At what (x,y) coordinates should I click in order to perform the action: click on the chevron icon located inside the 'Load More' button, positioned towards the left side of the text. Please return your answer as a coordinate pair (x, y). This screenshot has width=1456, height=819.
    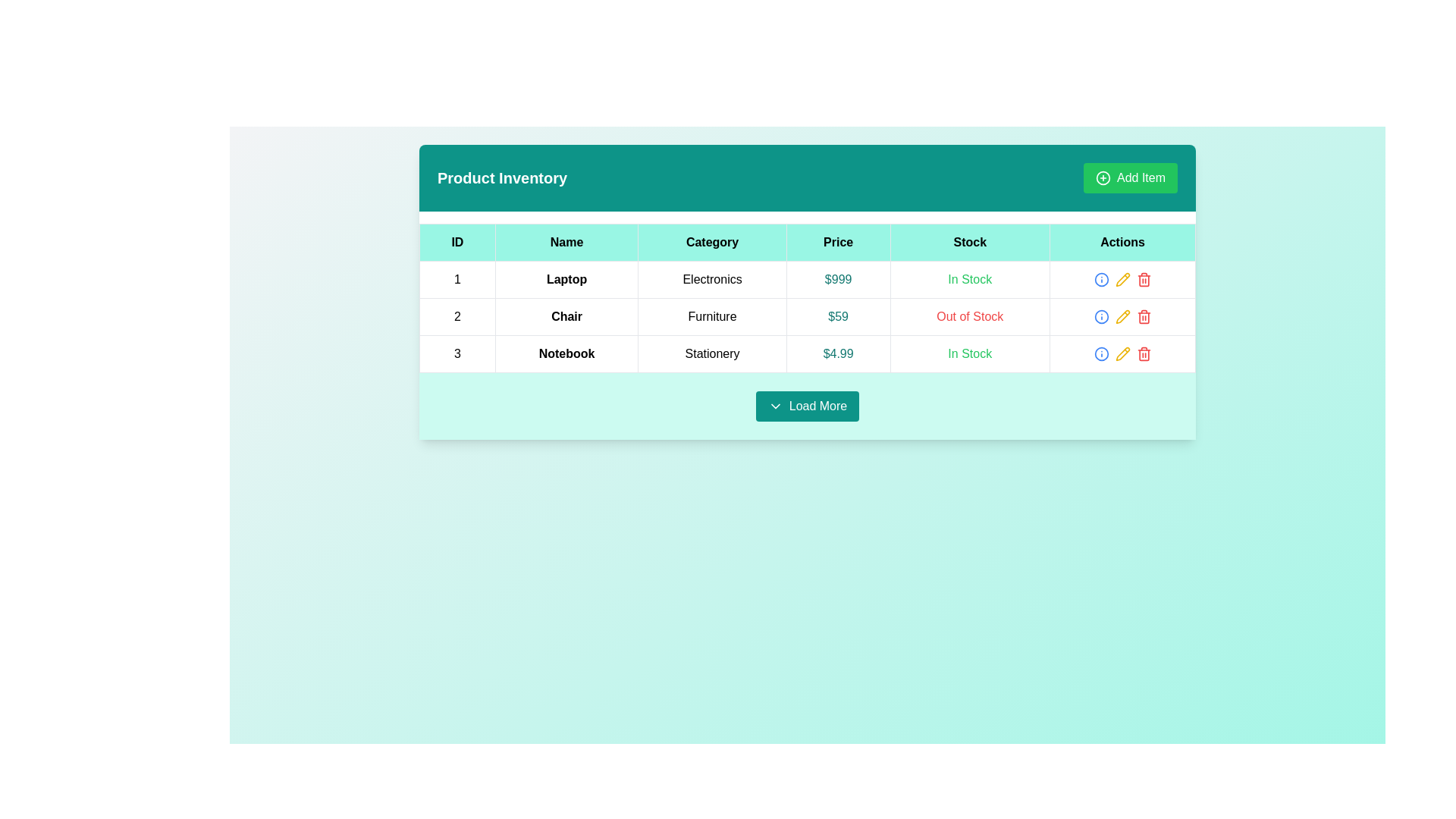
    Looking at the image, I should click on (775, 406).